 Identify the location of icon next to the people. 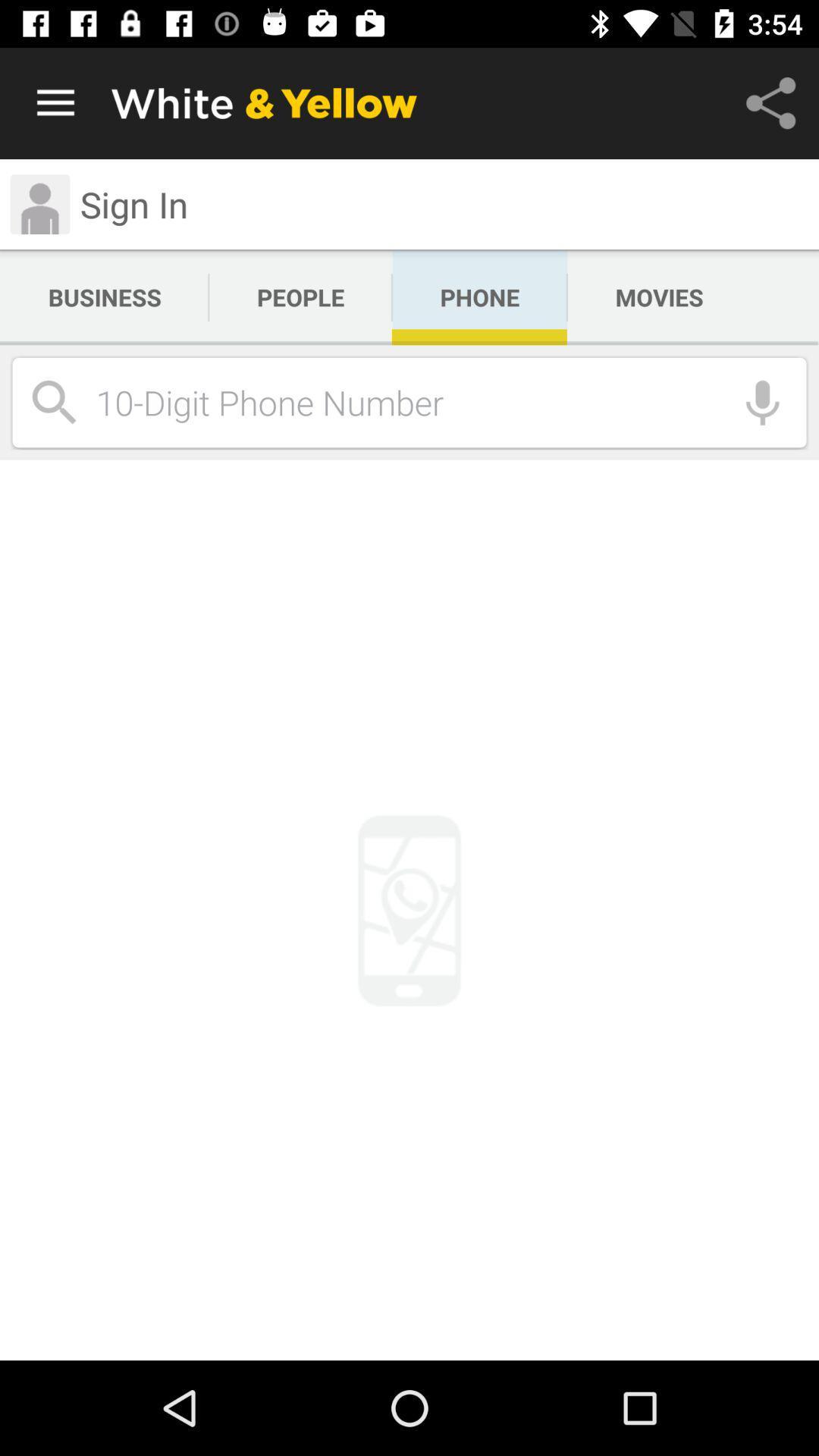
(479, 297).